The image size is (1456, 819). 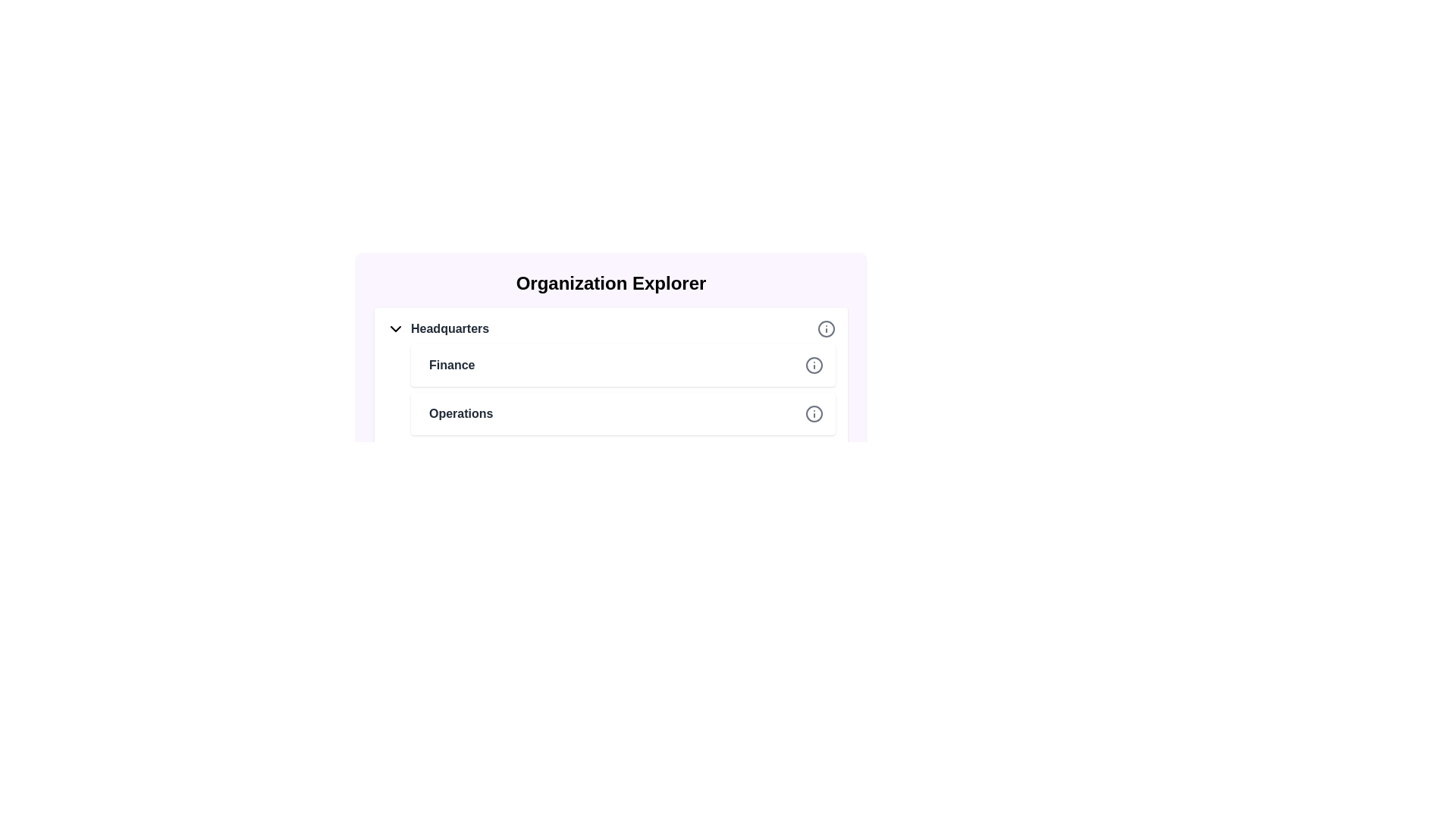 What do you see at coordinates (396, 328) in the screenshot?
I see `the Chevron icon located to the left of the 'Headquarters' text in the 'Organization Explorer' interface` at bounding box center [396, 328].